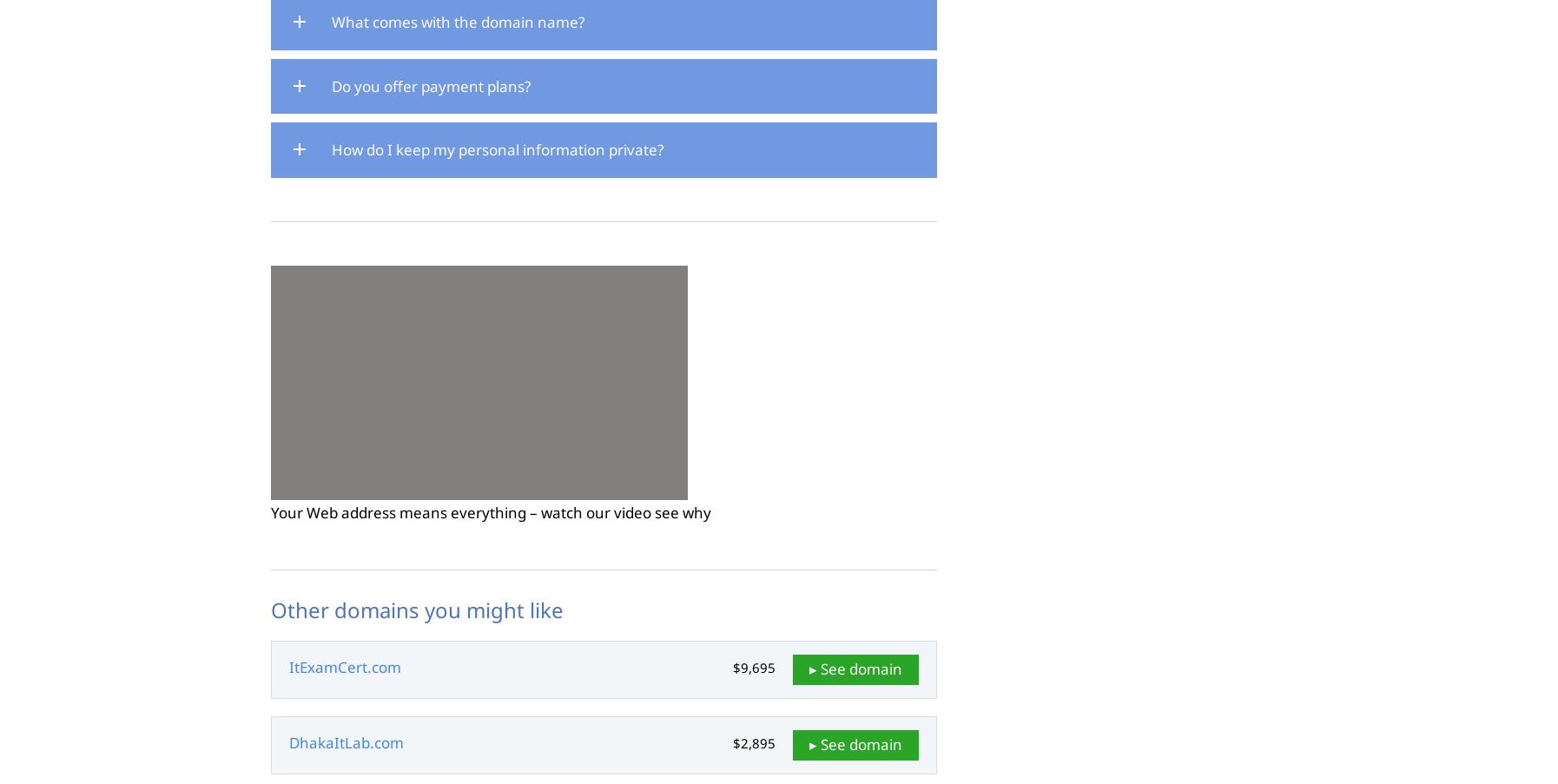 The width and height of the screenshot is (1558, 784). What do you see at coordinates (458, 20) in the screenshot?
I see `'What comes with the domain name?'` at bounding box center [458, 20].